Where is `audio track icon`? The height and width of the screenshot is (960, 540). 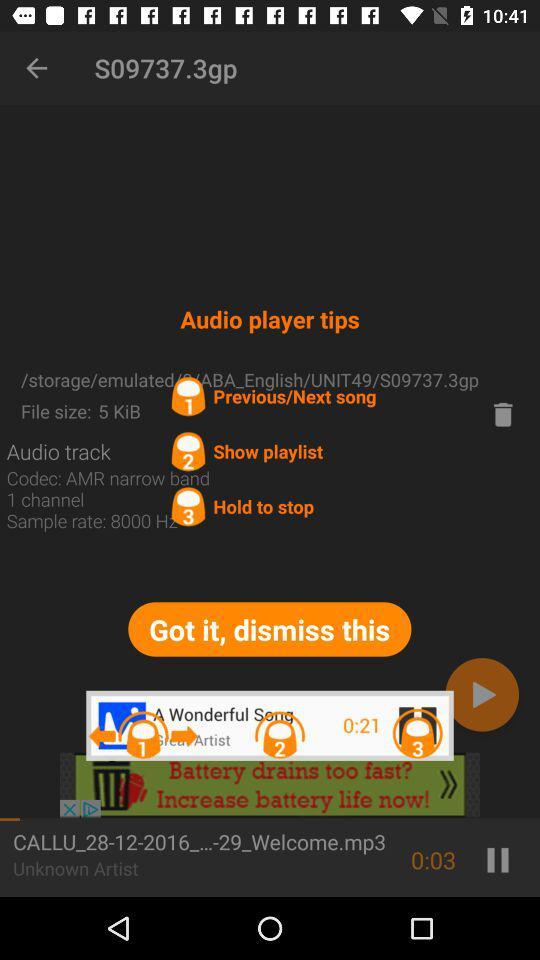
audio track icon is located at coordinates (58, 451).